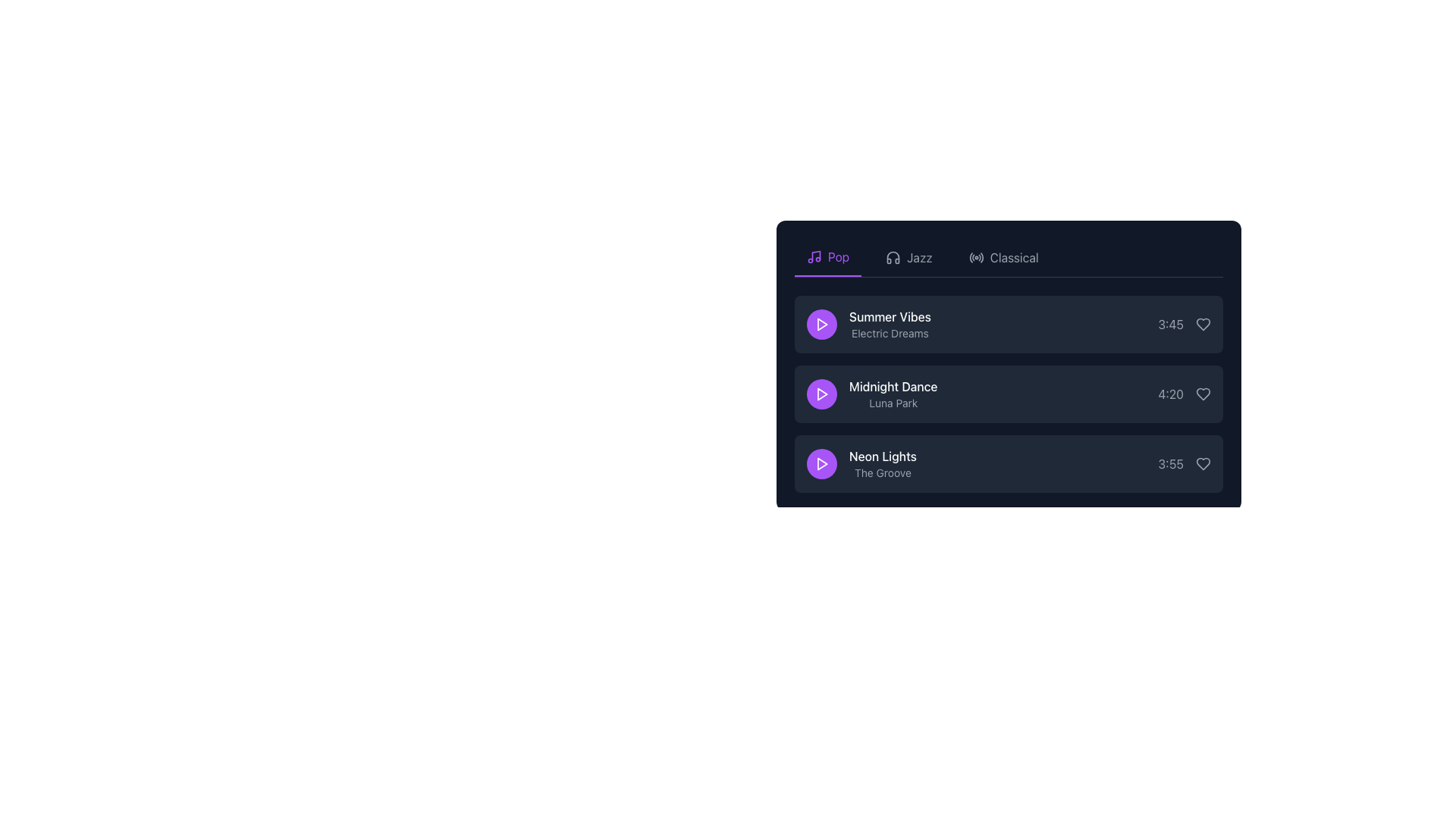 This screenshot has height=819, width=1456. I want to click on the radio wave icon located in the third slot of the top navigation bar, so click(976, 256).